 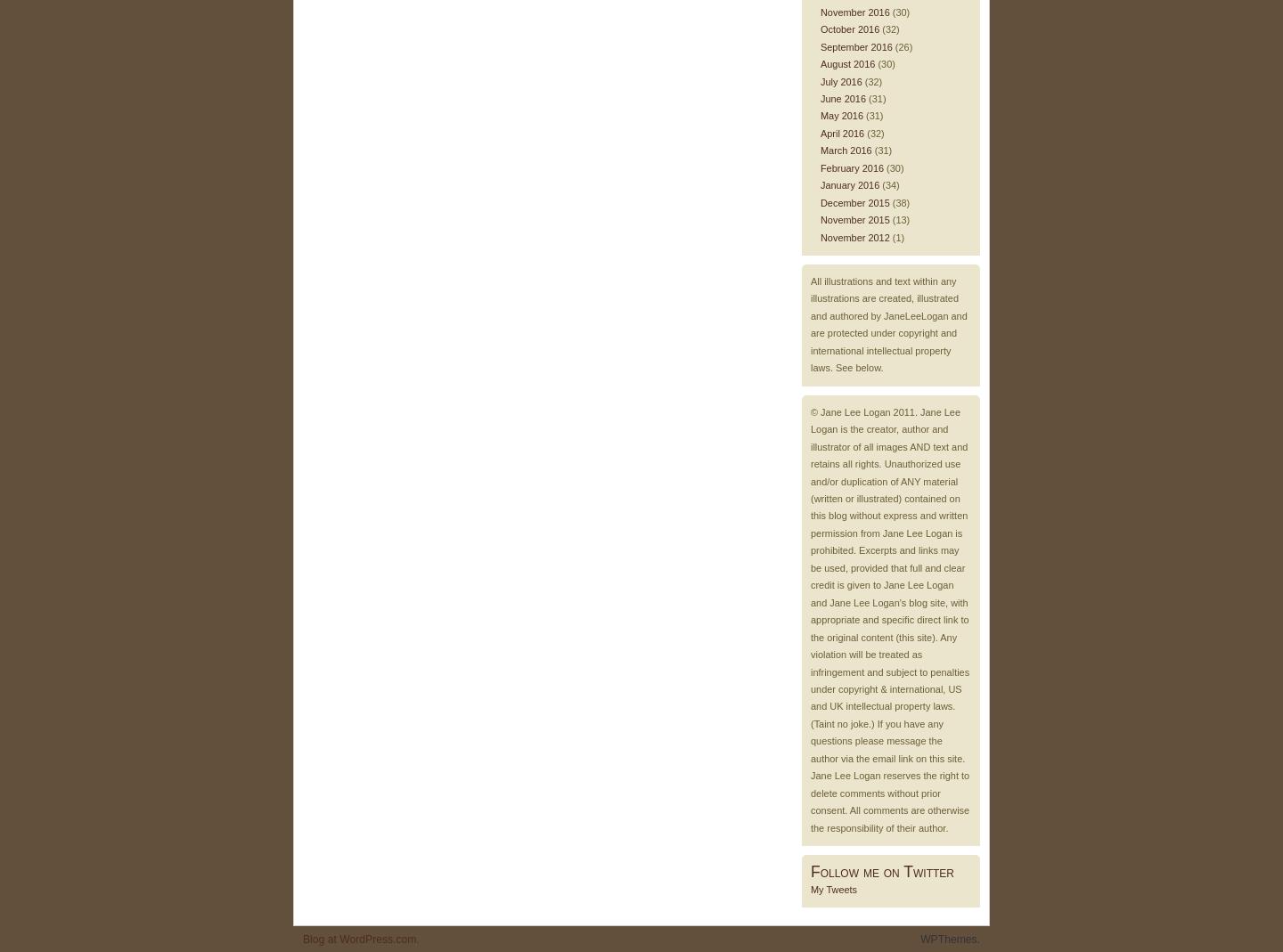 I want to click on 'April 2016', so click(x=841, y=133).